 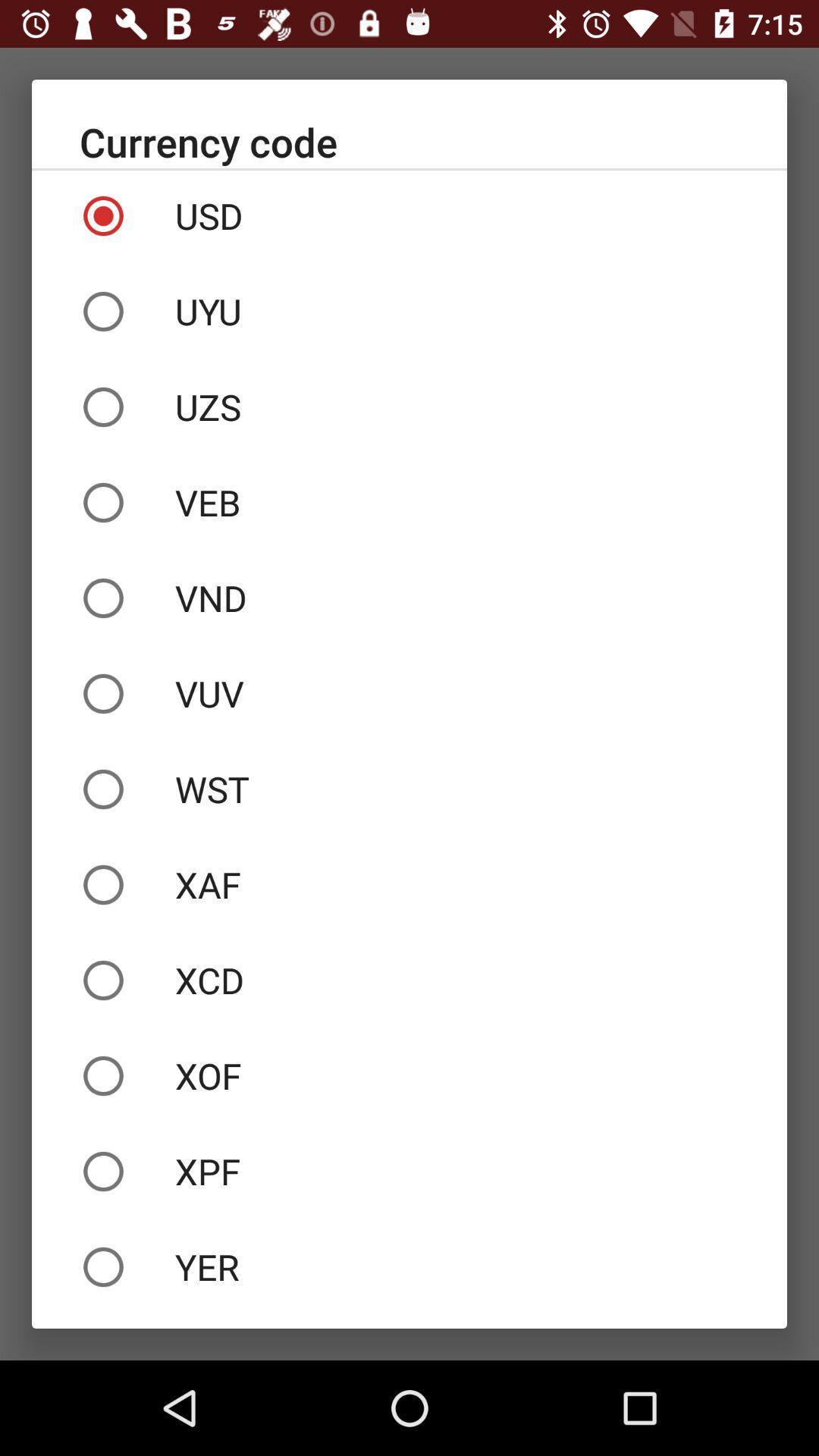 What do you see at coordinates (409, 502) in the screenshot?
I see `the veb icon` at bounding box center [409, 502].